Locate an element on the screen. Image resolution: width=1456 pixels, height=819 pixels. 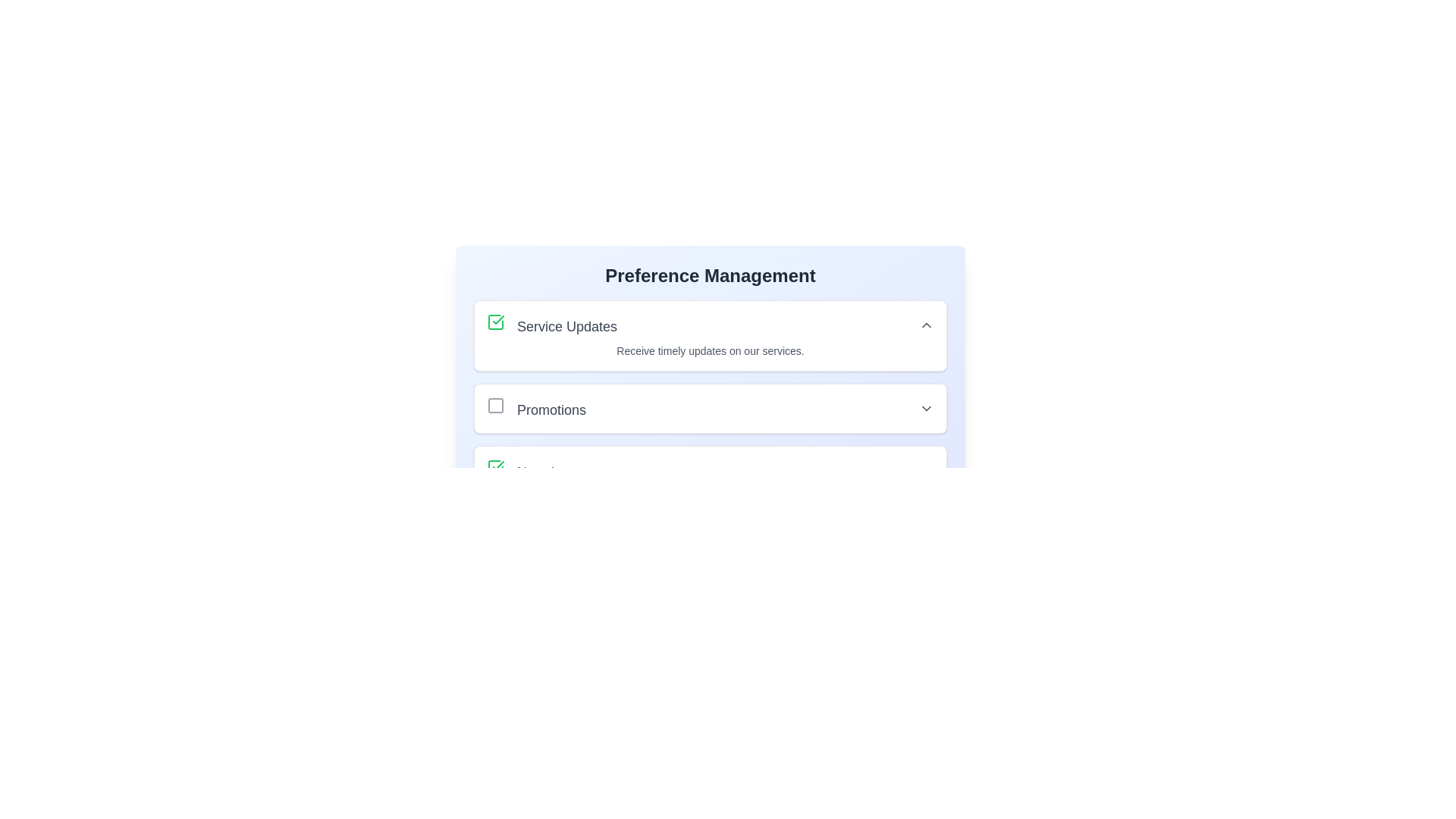
the 'Newsletters' expandable list item, which is the third item in the vertical list under 'Service Updates' and 'Promotions' is located at coordinates (709, 470).